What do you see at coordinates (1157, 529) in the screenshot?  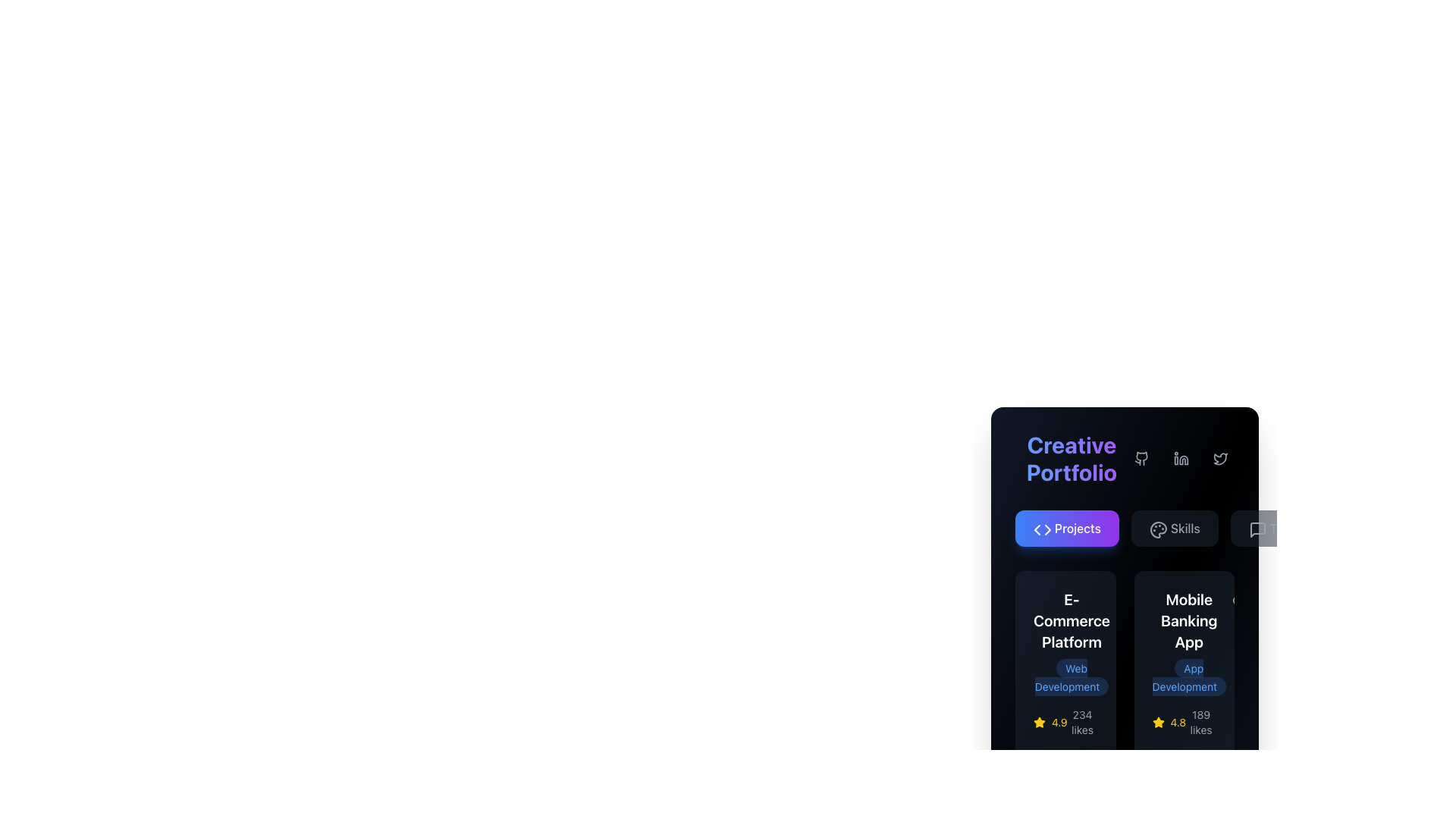 I see `the decorative icon representing artistic or skill-related content, located to the right of the 'Skills' button` at bounding box center [1157, 529].